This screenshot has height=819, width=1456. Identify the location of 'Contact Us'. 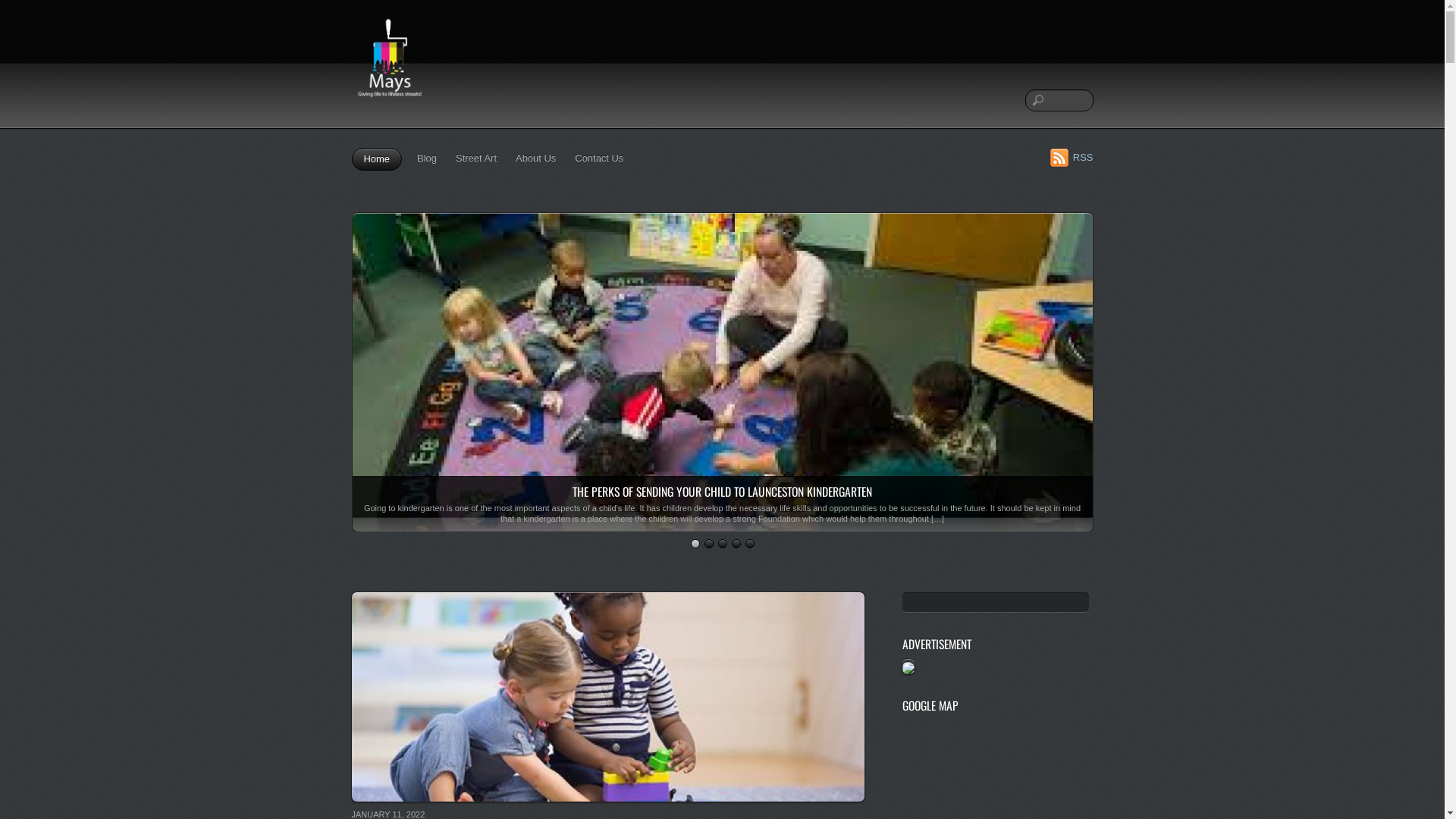
(598, 158).